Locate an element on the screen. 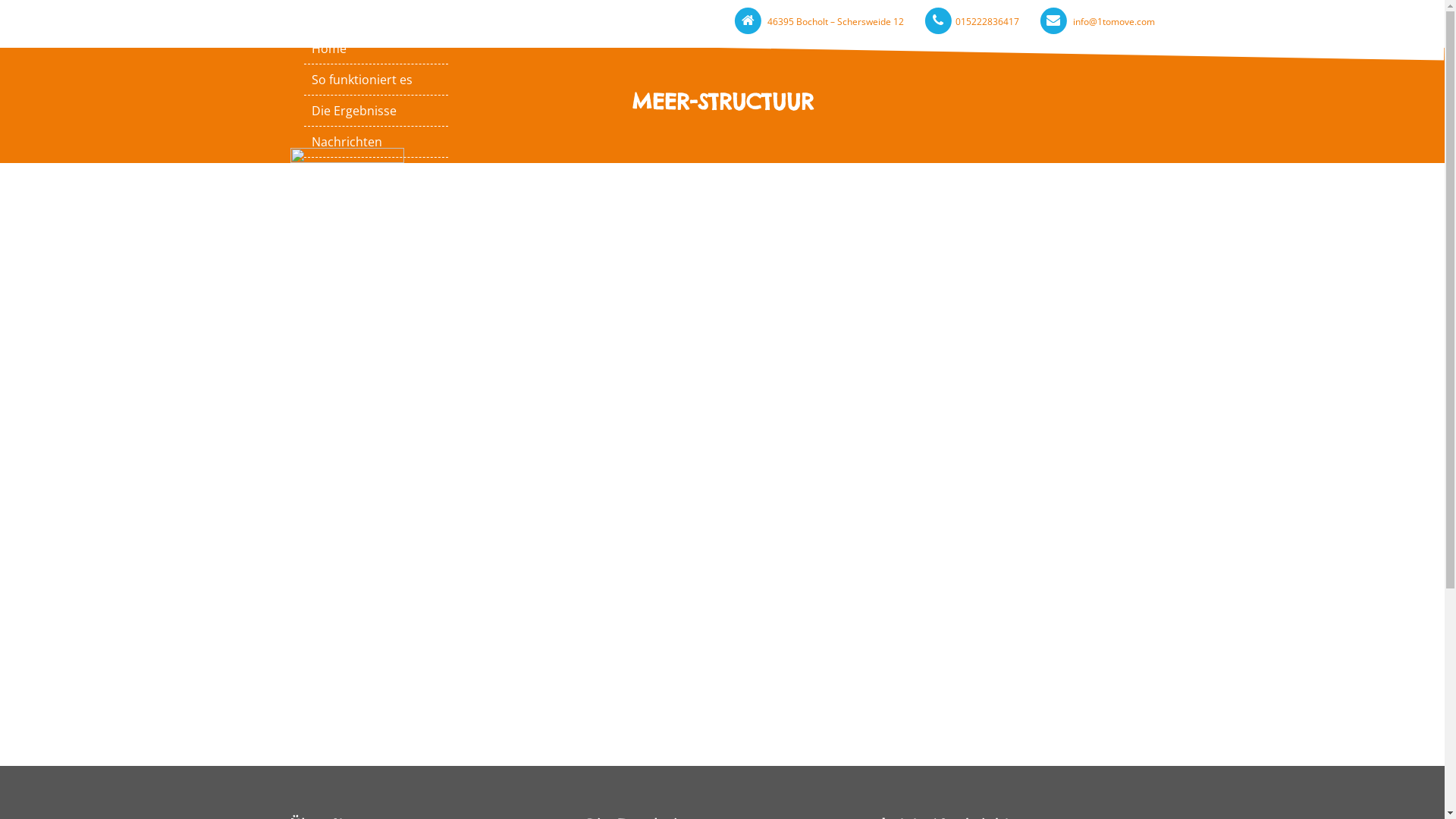 The width and height of the screenshot is (1456, 819). 'info@1tomove.com' is located at coordinates (1113, 21).